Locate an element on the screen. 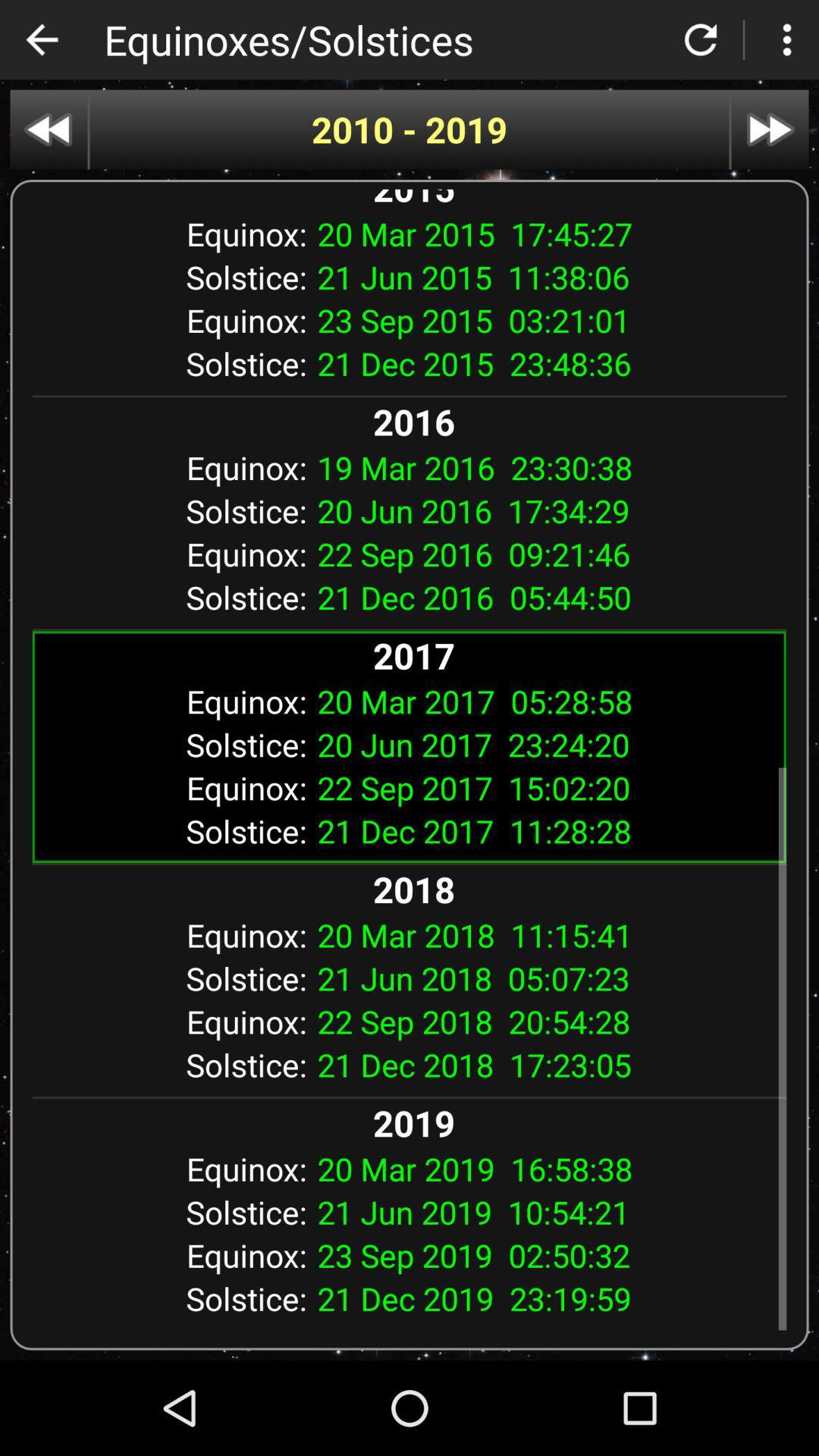 This screenshot has height=1456, width=819. open settings menu is located at coordinates (786, 39).